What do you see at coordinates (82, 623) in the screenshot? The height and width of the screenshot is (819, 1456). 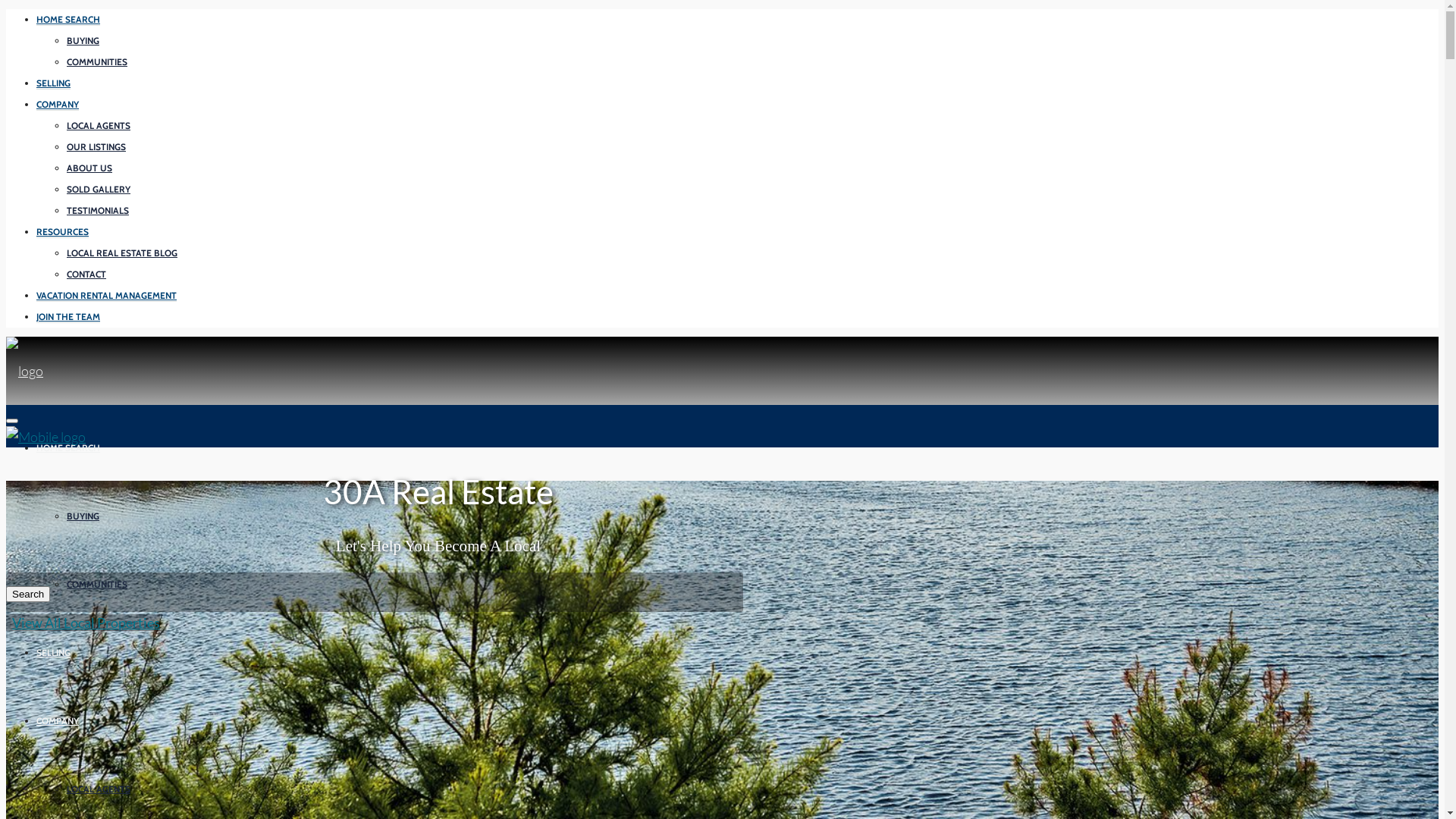 I see `'View All Local Properties'` at bounding box center [82, 623].